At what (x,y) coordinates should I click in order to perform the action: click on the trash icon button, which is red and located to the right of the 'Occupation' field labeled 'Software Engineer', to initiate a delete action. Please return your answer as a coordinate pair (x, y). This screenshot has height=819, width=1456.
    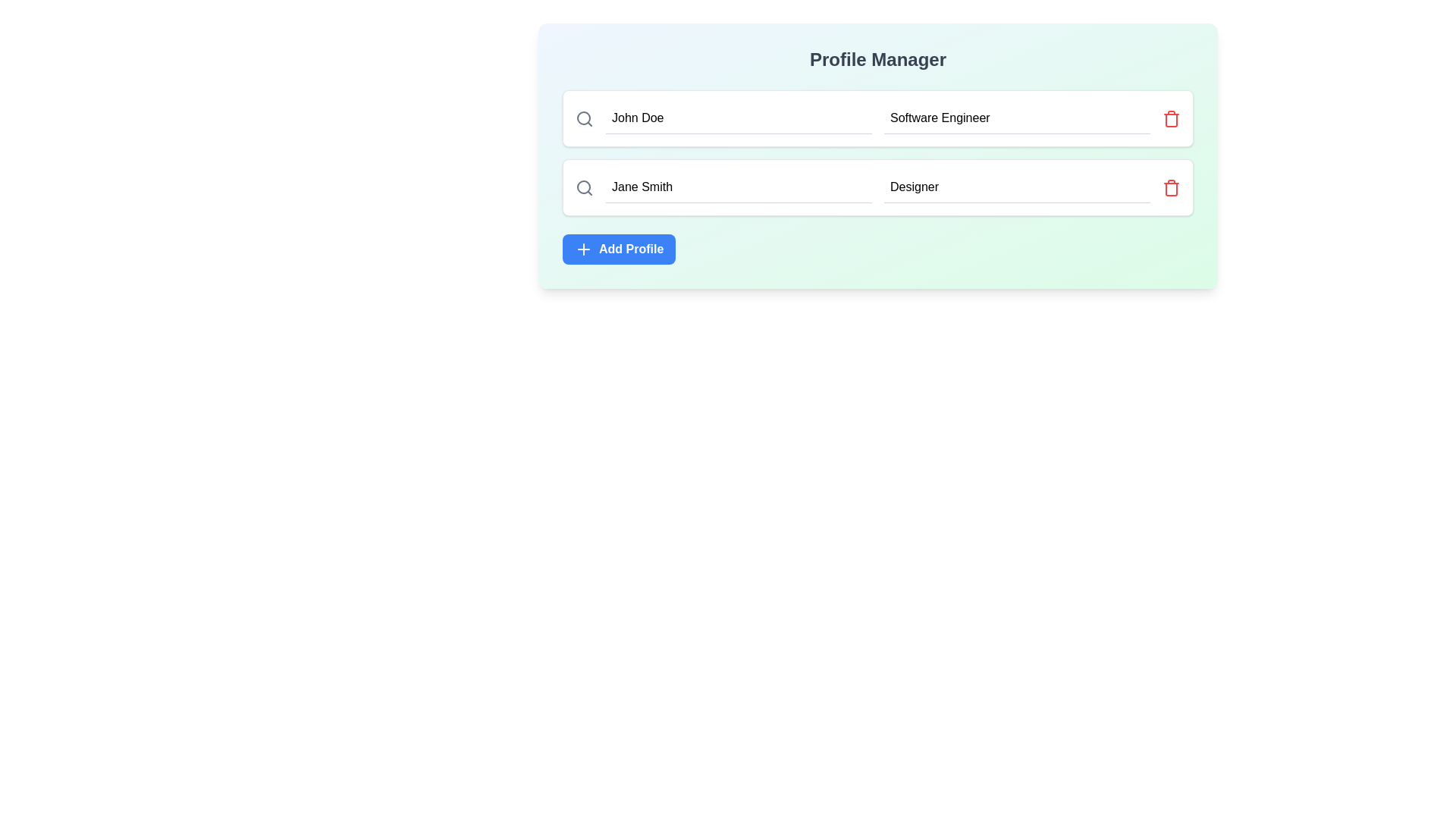
    Looking at the image, I should click on (1171, 118).